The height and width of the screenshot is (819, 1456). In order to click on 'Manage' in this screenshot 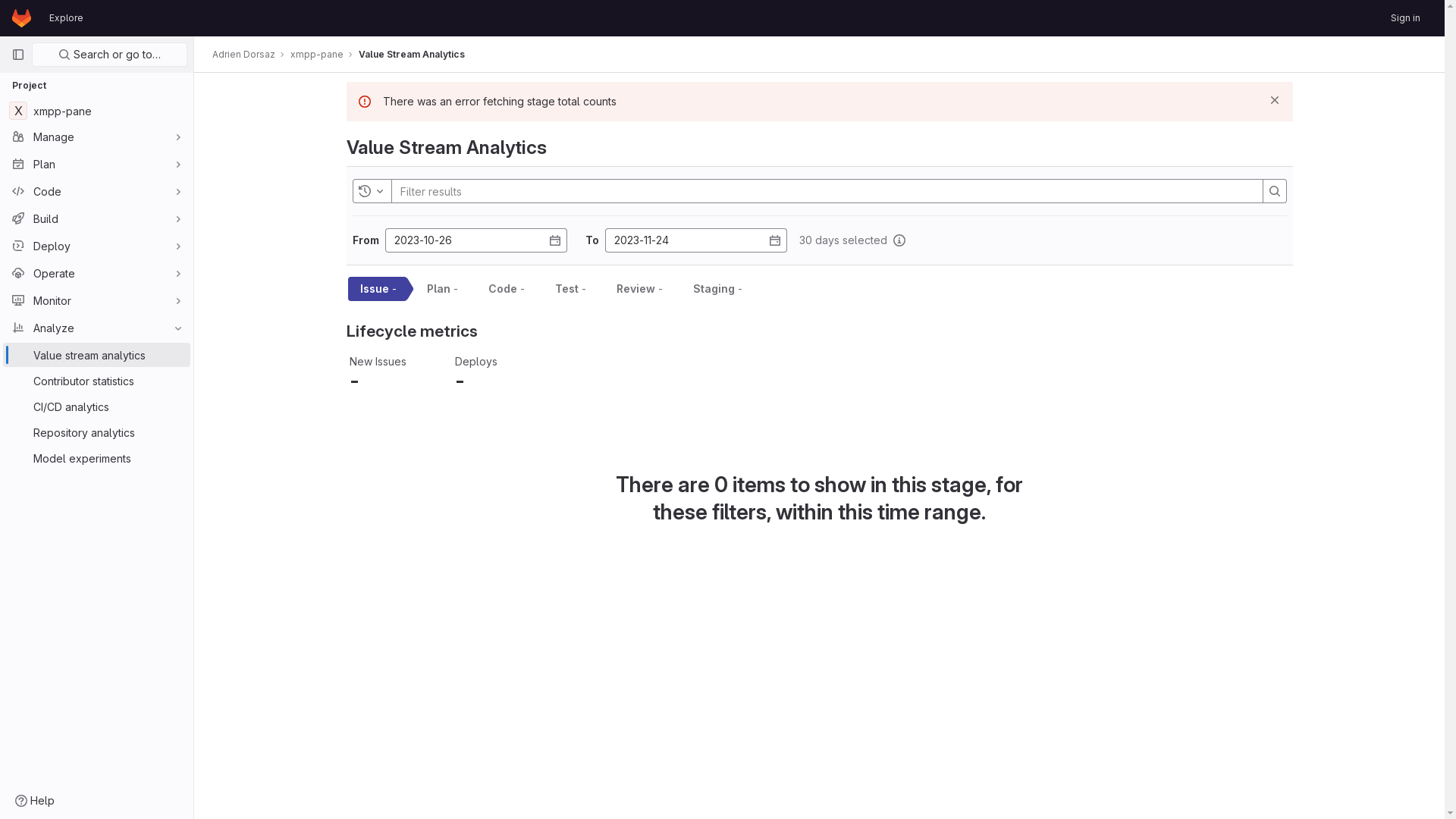, I will do `click(96, 136)`.